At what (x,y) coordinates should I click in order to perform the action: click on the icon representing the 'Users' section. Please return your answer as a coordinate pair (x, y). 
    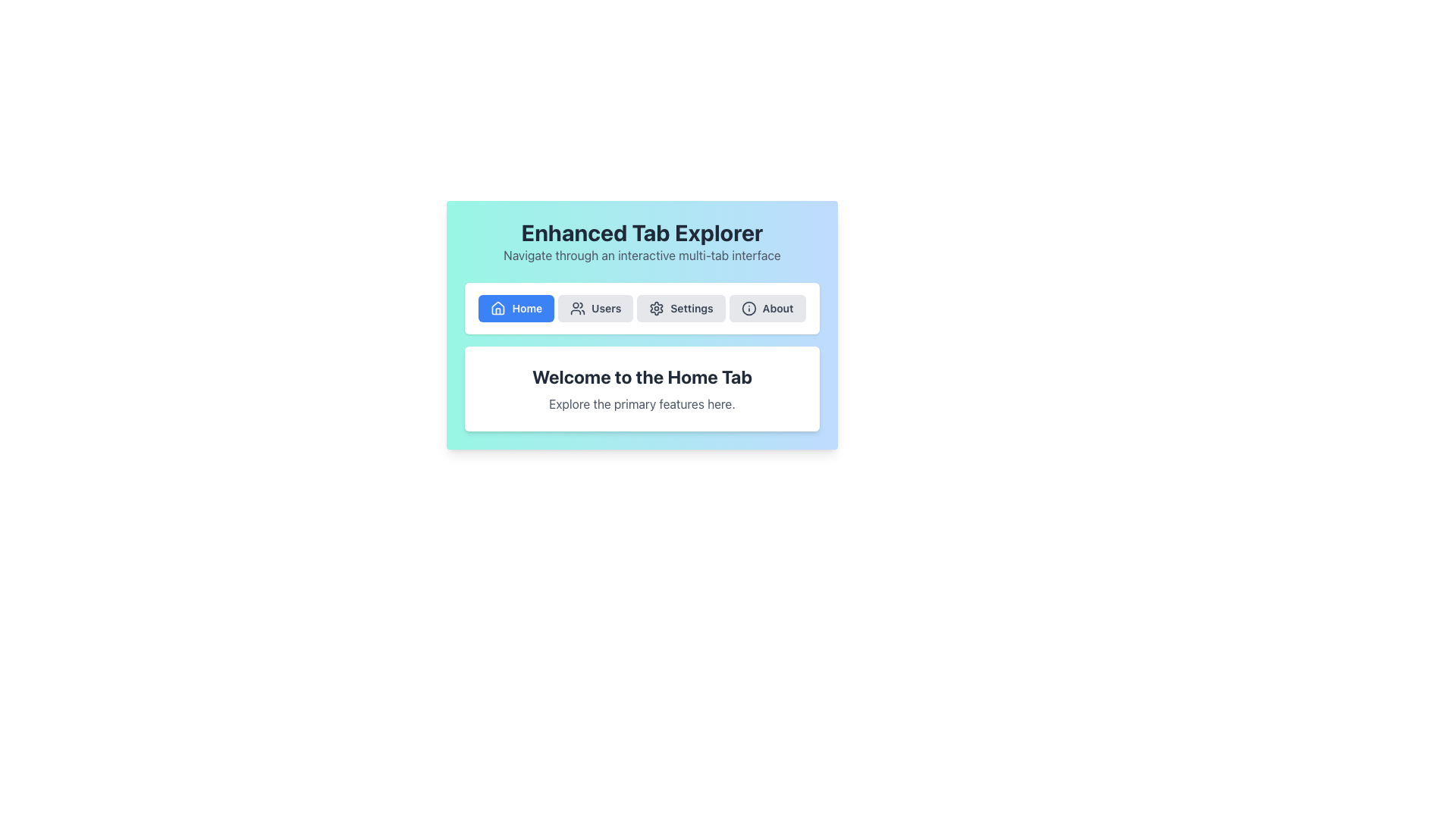
    Looking at the image, I should click on (577, 308).